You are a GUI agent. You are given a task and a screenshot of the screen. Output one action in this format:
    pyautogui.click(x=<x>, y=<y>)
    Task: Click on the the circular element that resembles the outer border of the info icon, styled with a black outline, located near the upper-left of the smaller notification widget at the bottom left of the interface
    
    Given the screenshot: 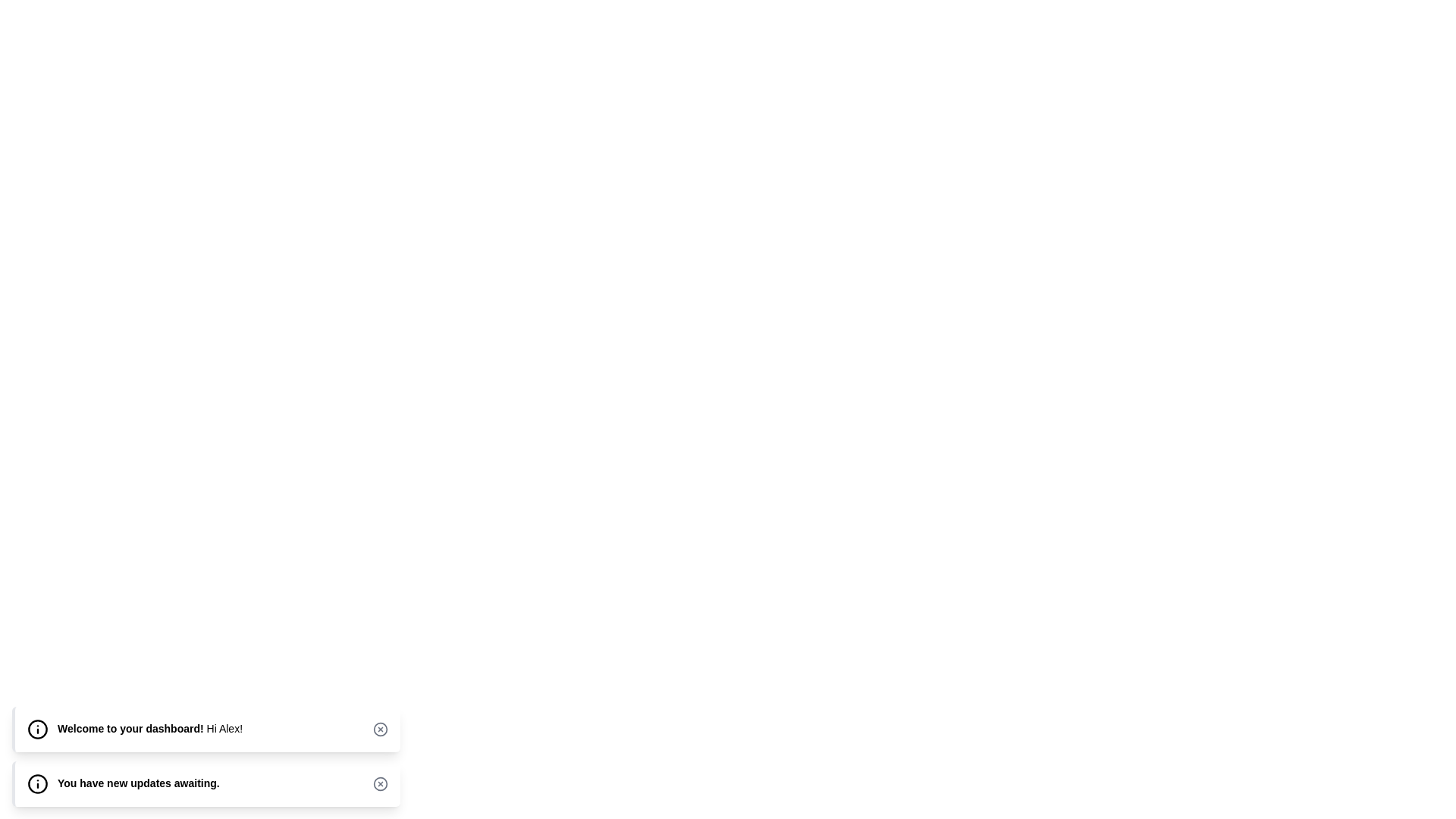 What is the action you would take?
    pyautogui.click(x=37, y=783)
    